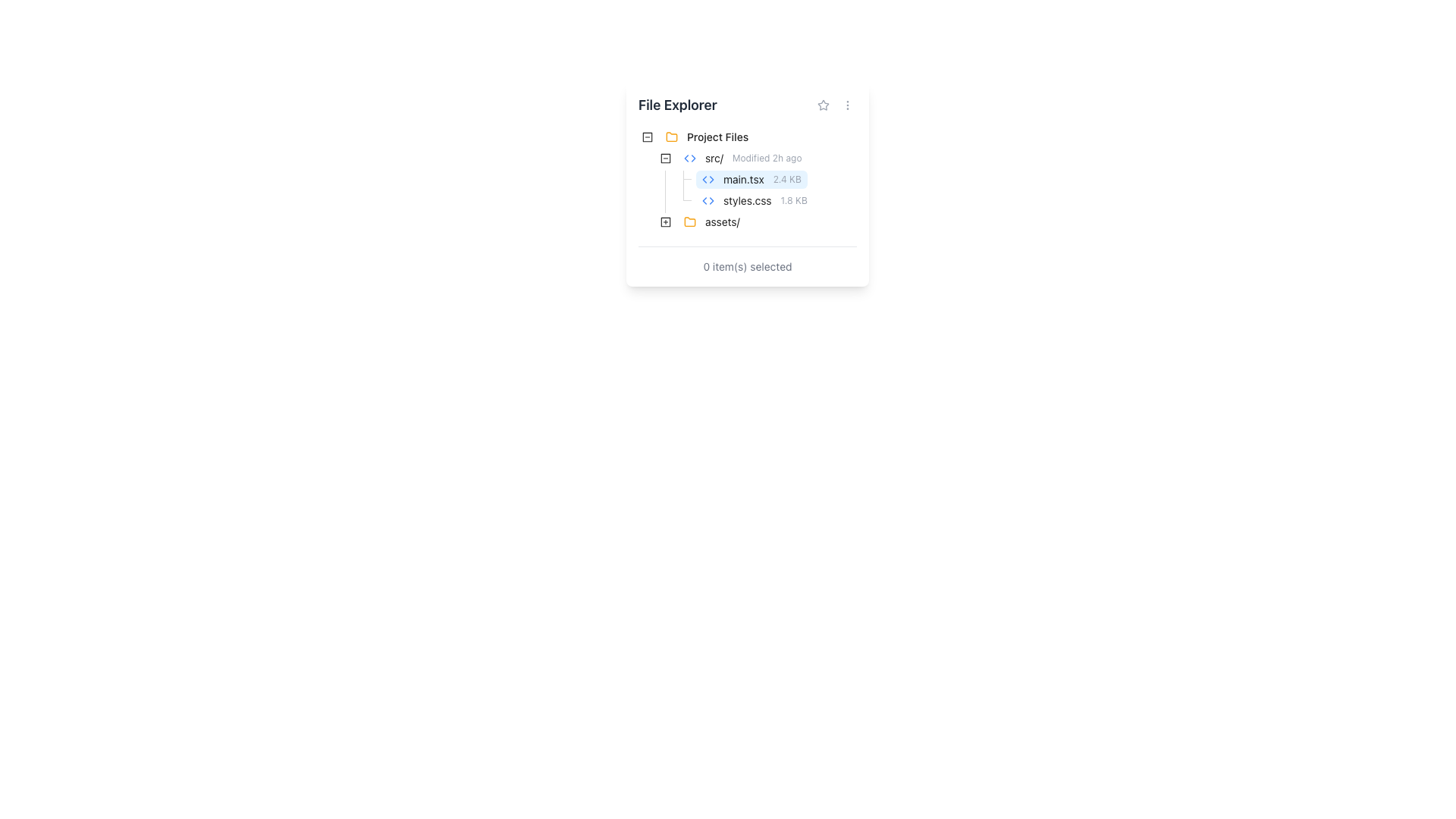 This screenshot has height=819, width=1456. Describe the element at coordinates (747, 200) in the screenshot. I see `the text label representing the file 'styles.css' in the file explorer located under the 'src/' folder` at that location.